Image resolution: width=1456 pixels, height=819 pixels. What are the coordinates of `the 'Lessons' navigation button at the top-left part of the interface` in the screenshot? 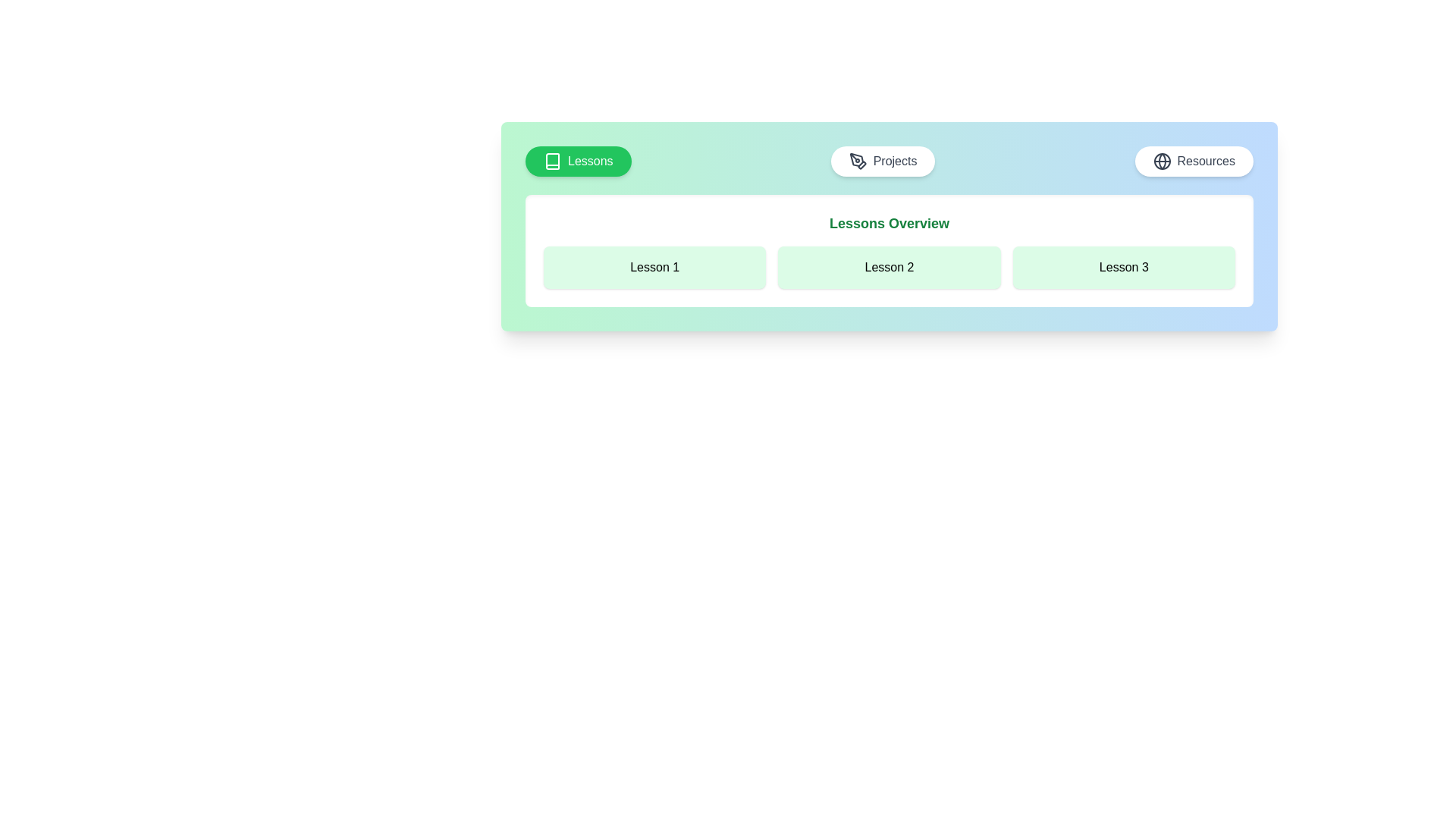 It's located at (577, 161).